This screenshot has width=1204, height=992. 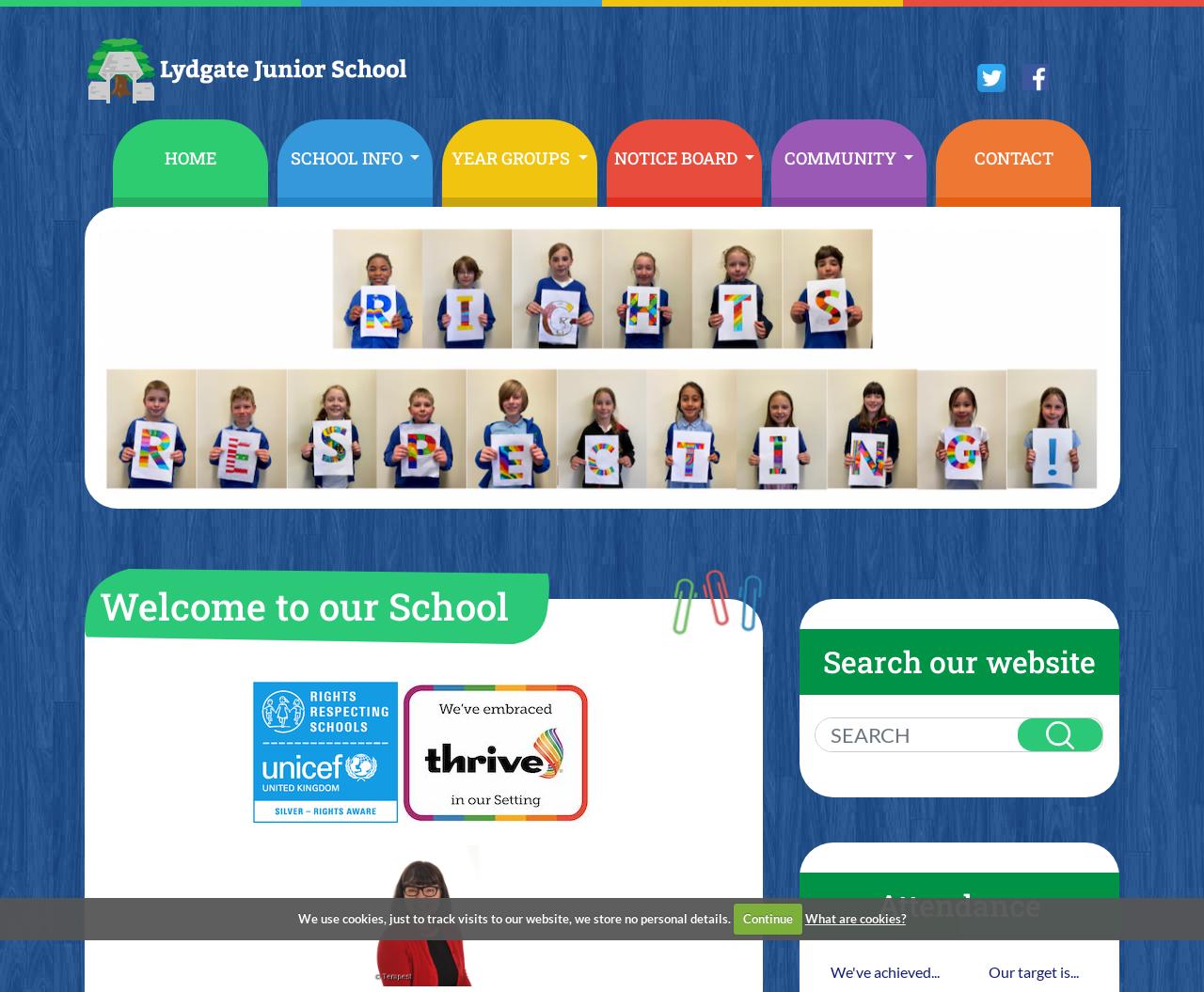 I want to click on 'Welcome to our School', so click(x=97, y=605).